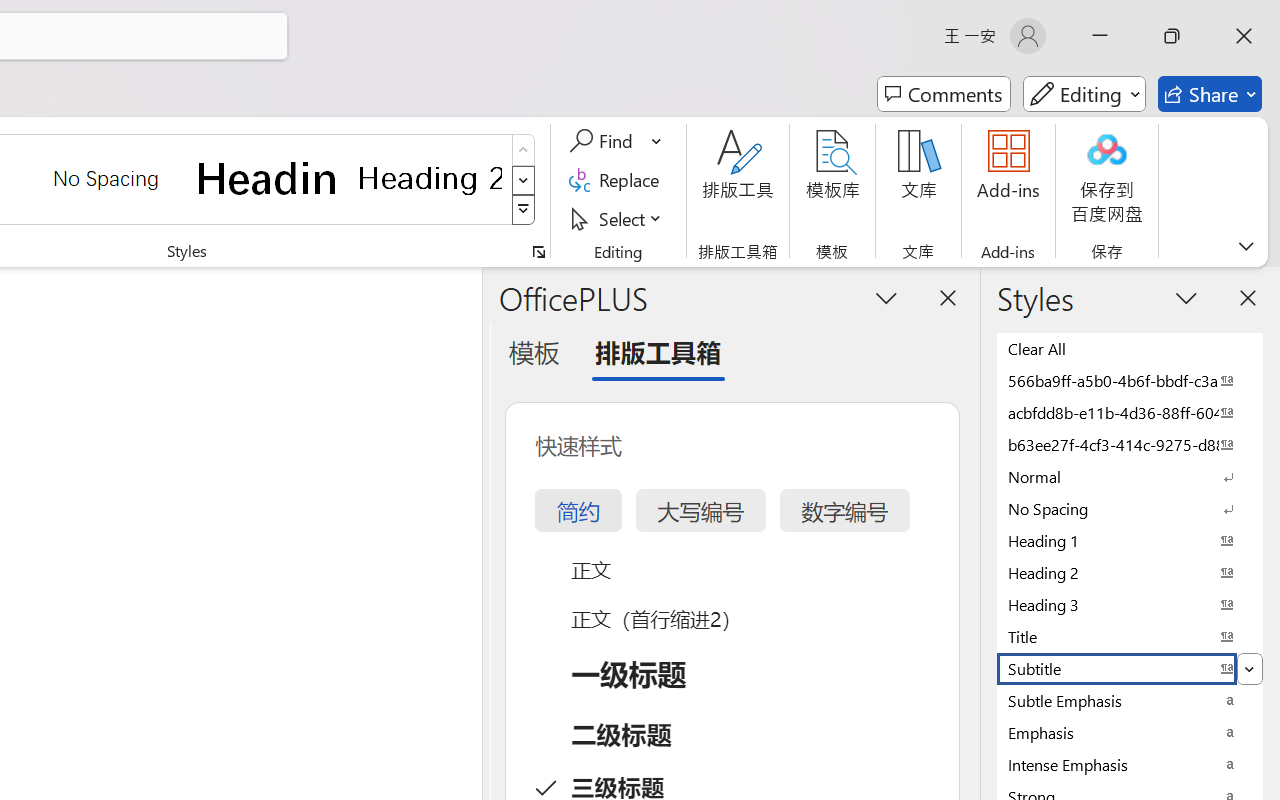  I want to click on 'Comments', so click(943, 94).